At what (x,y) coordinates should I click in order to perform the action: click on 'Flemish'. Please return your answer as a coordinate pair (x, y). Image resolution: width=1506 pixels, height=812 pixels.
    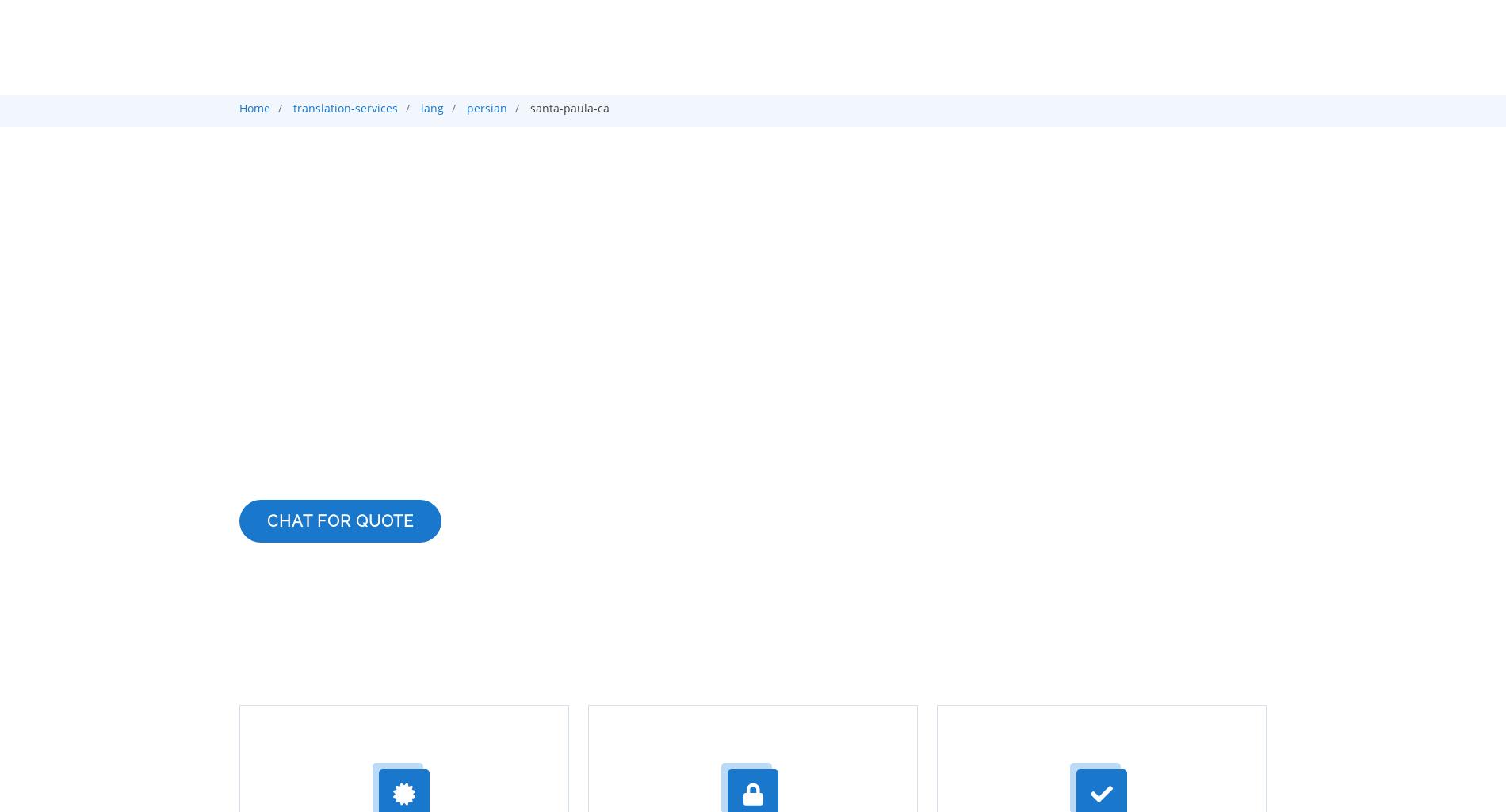
    Looking at the image, I should click on (342, 584).